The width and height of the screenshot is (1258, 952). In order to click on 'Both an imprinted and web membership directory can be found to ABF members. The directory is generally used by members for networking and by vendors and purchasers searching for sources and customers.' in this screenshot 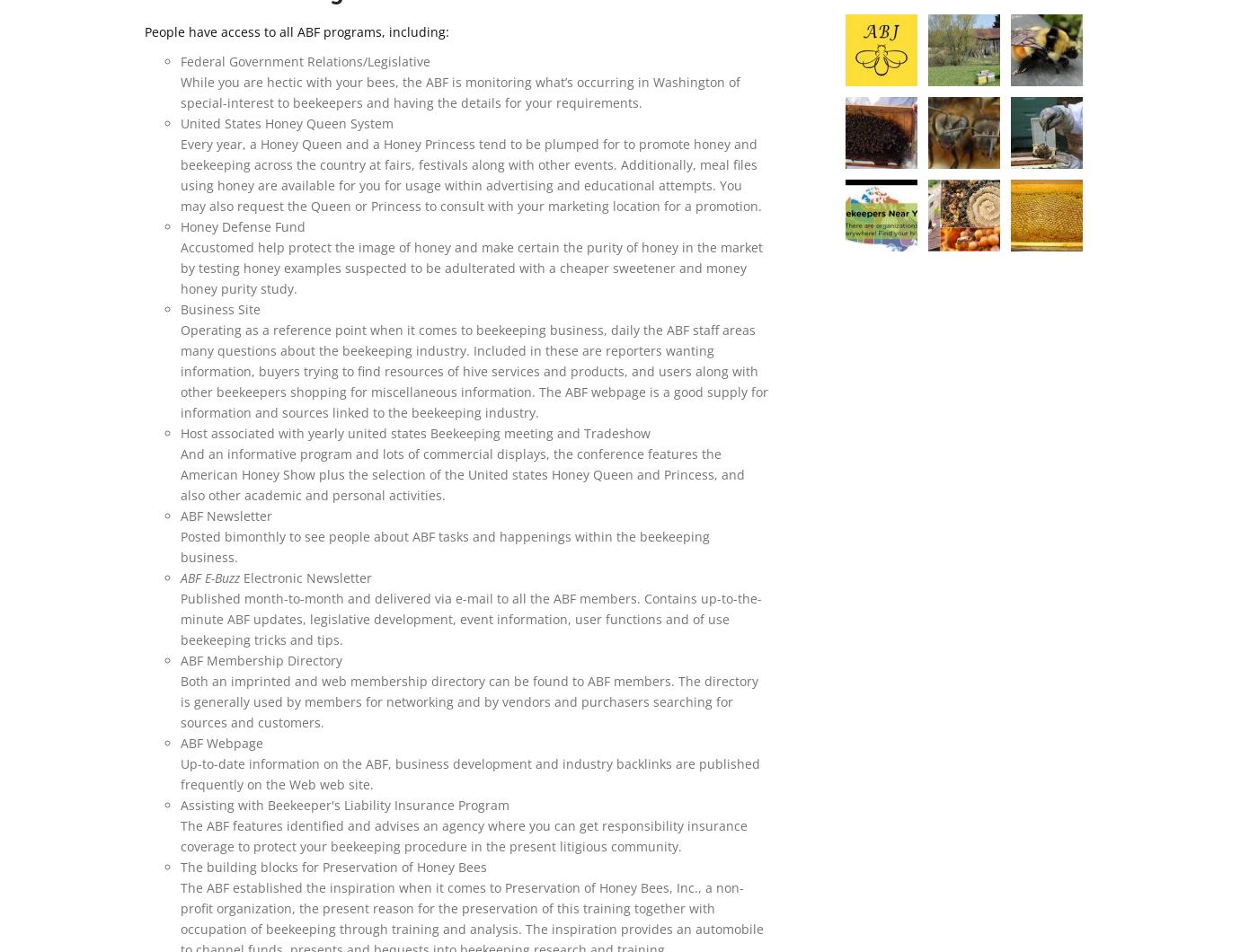, I will do `click(469, 701)`.